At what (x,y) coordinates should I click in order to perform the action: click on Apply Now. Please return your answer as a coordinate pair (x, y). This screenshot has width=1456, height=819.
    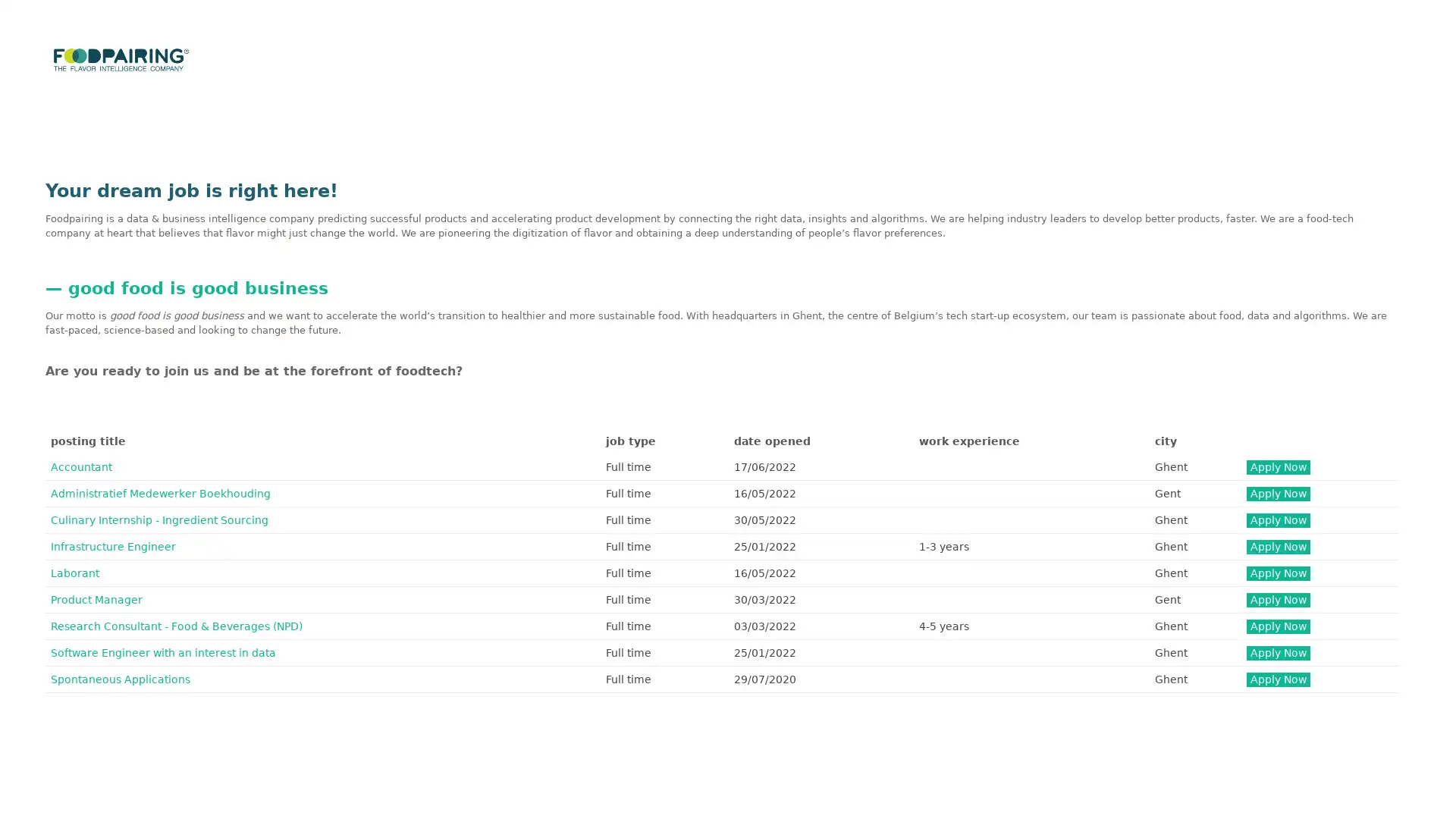
    Looking at the image, I should click on (1276, 598).